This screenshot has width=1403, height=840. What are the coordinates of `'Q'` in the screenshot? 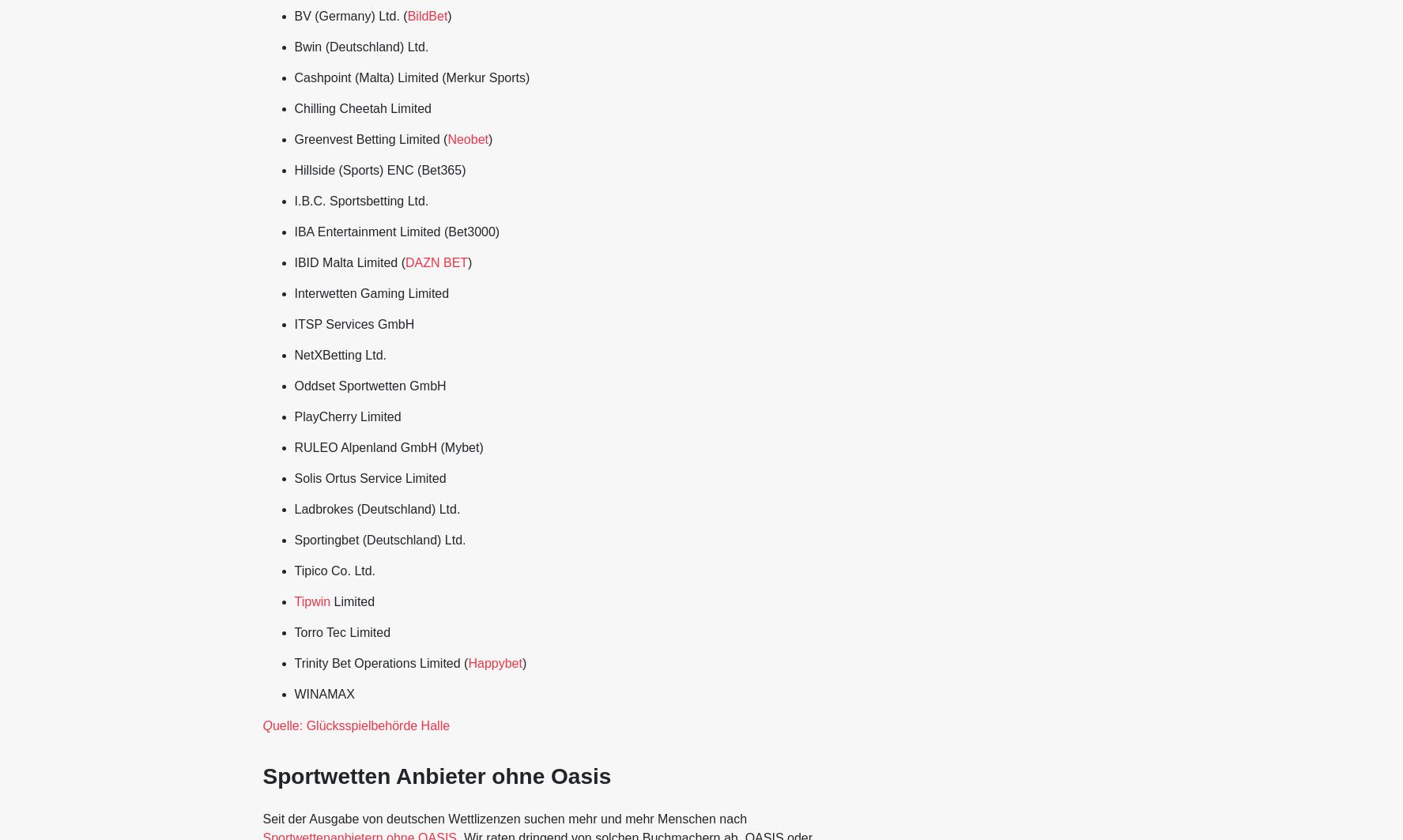 It's located at (266, 725).